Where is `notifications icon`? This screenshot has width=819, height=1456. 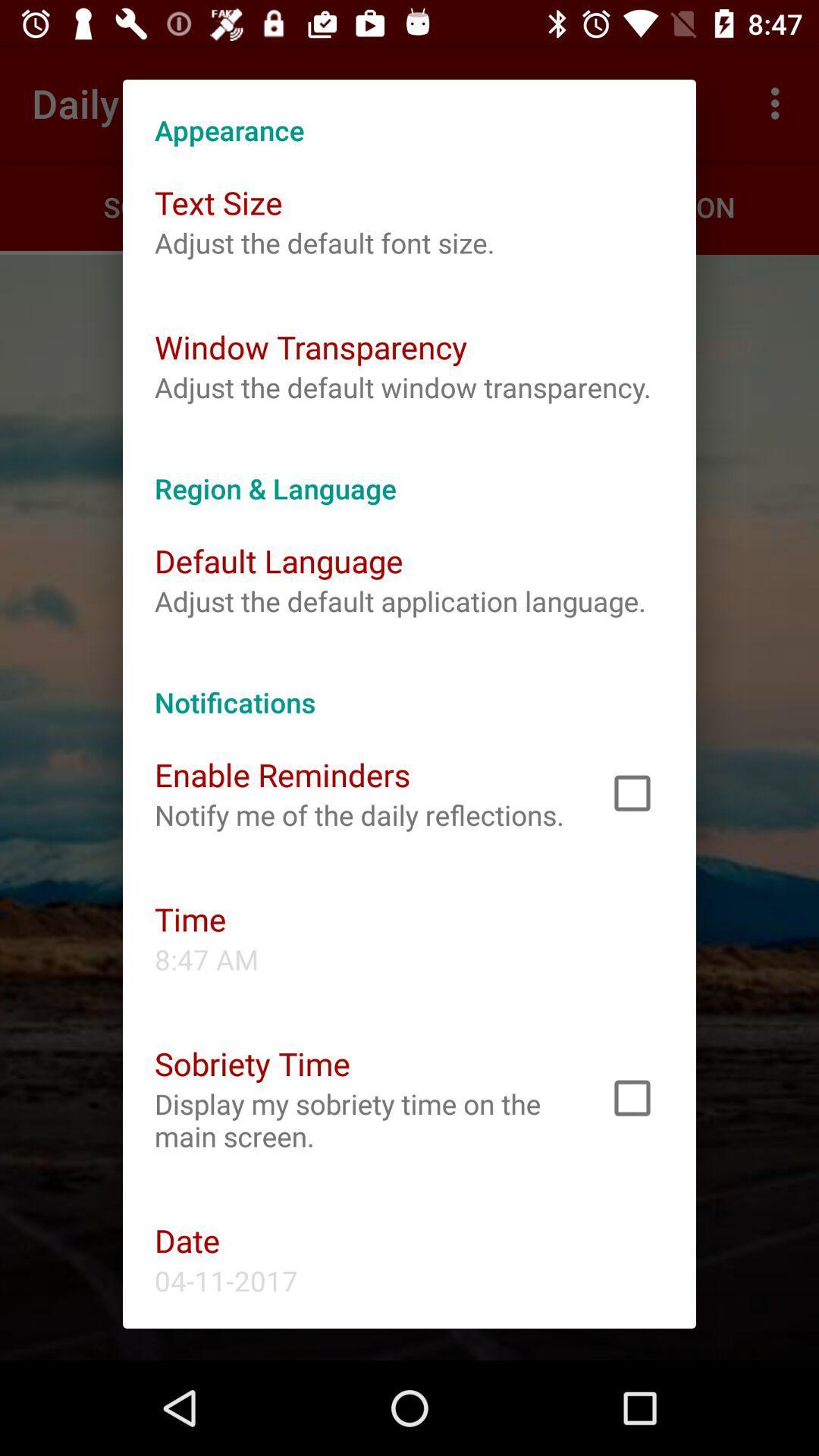
notifications icon is located at coordinates (409, 686).